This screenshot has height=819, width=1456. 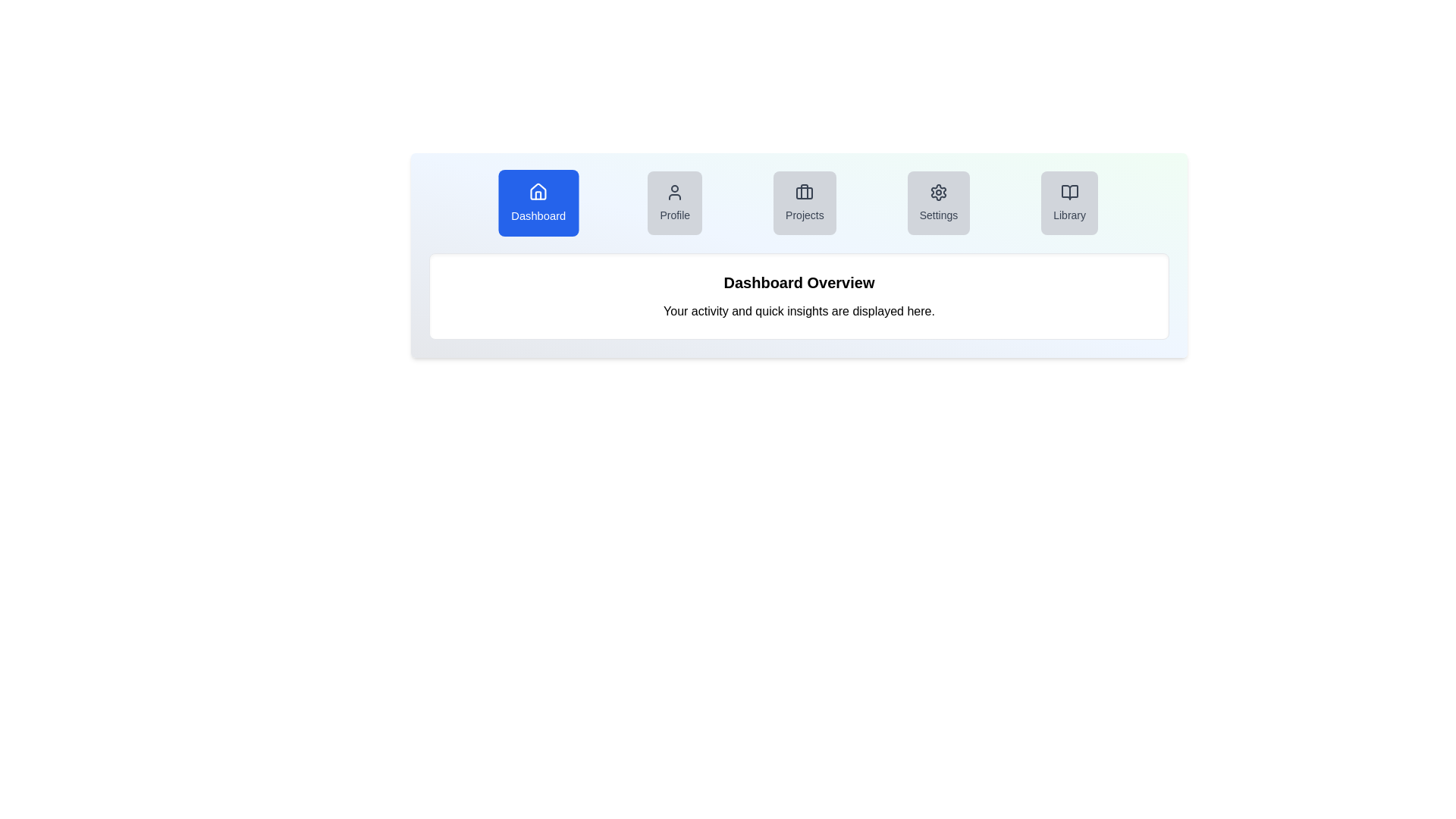 What do you see at coordinates (538, 191) in the screenshot?
I see `the SVG icon representing the Dashboard navigation button` at bounding box center [538, 191].